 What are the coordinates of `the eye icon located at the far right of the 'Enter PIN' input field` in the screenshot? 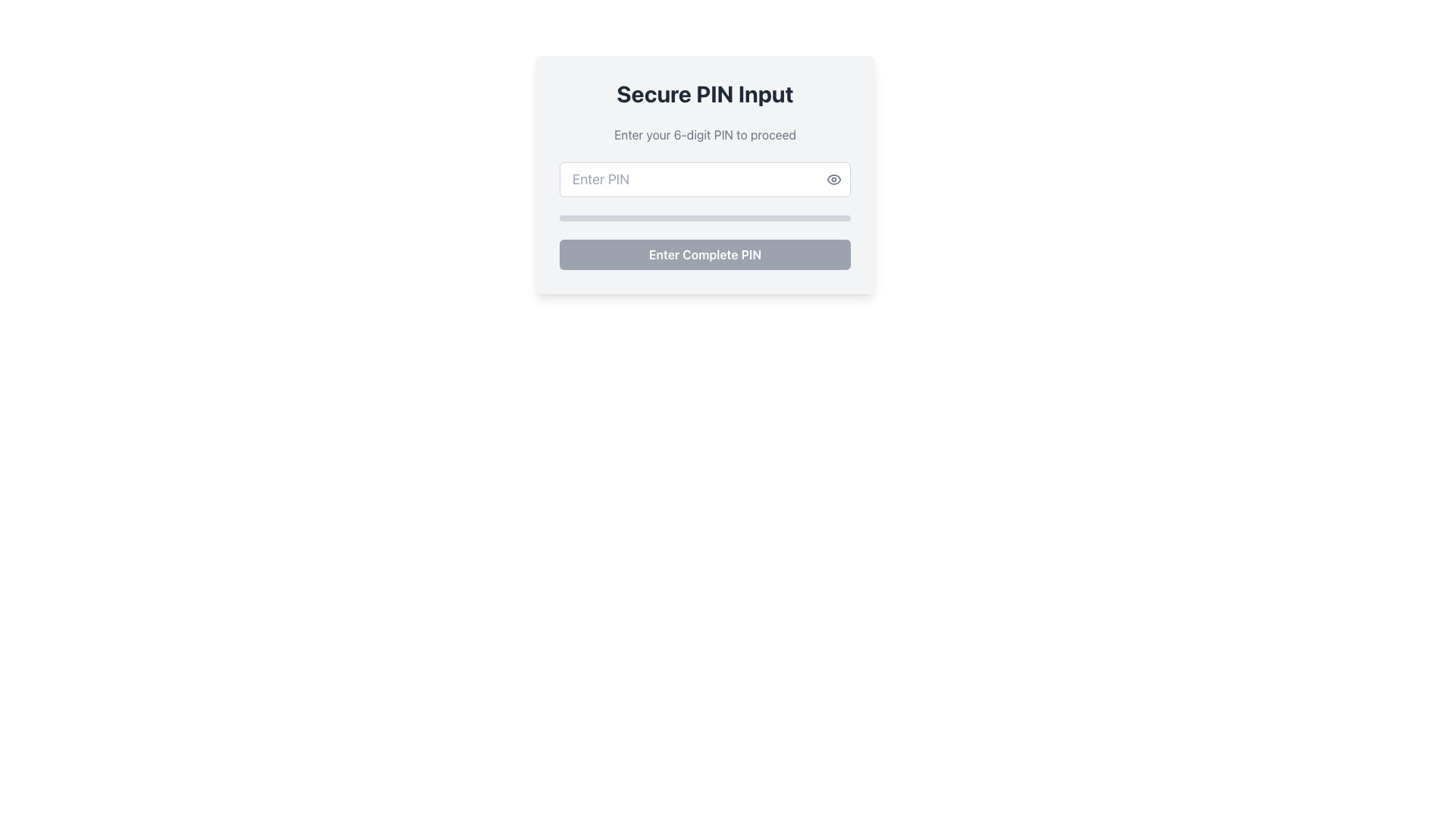 It's located at (833, 178).